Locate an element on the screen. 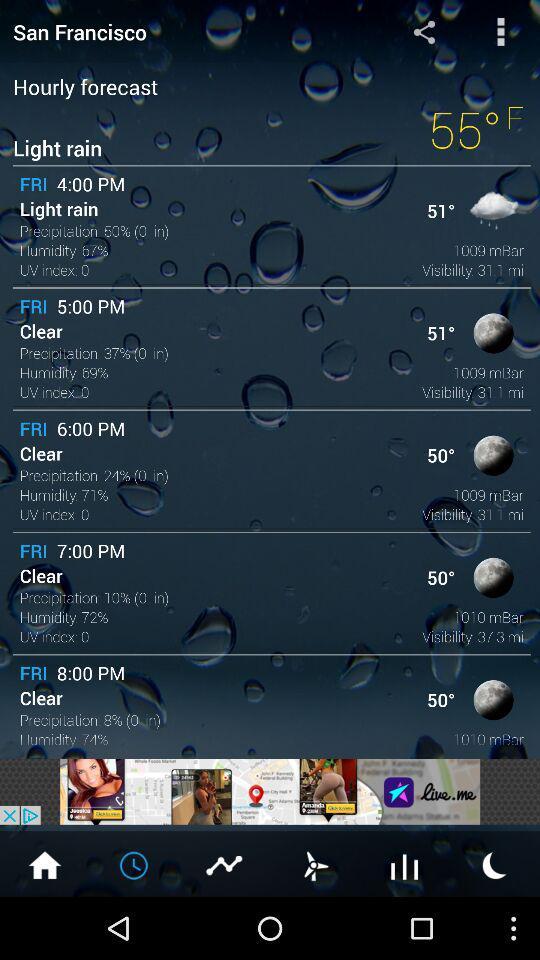  the weather icon is located at coordinates (494, 925).